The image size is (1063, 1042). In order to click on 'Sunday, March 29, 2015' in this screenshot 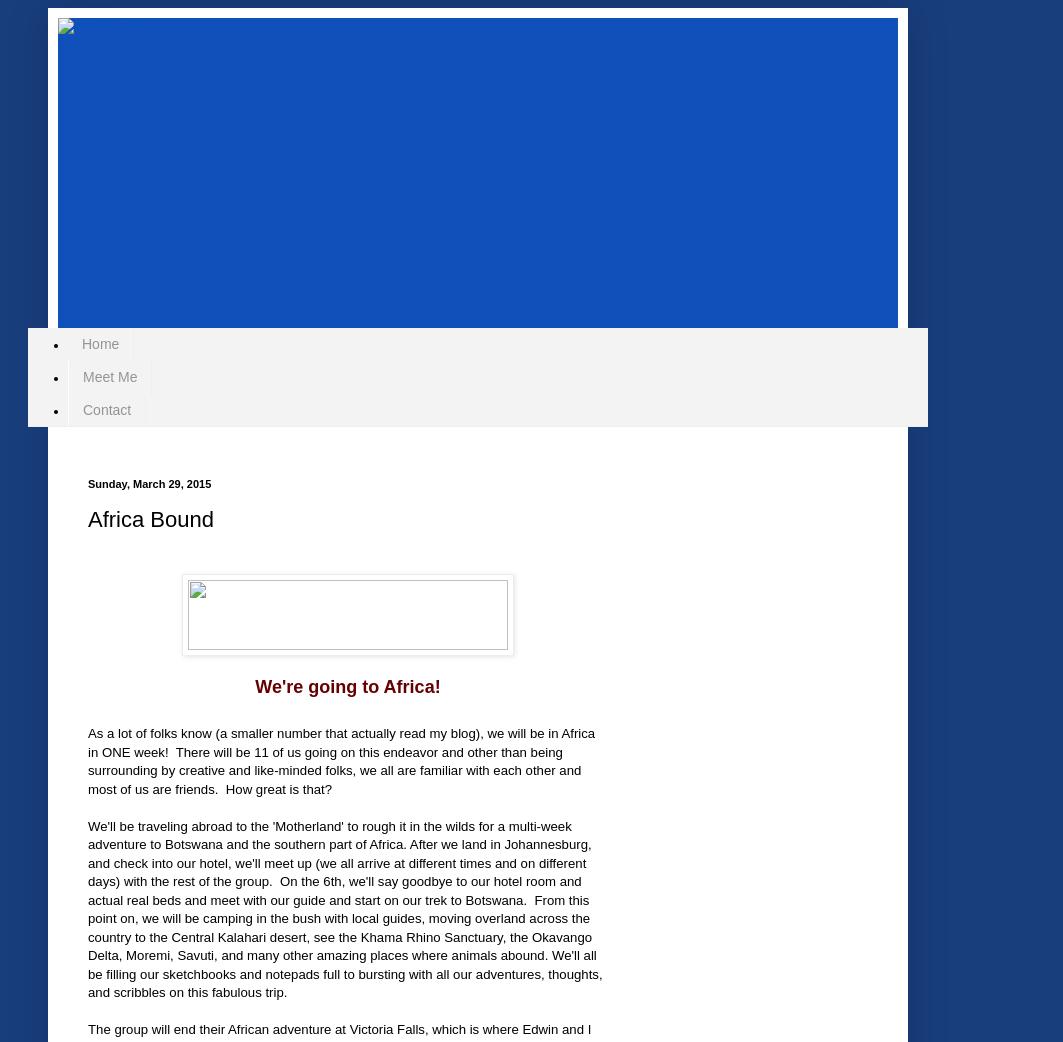, I will do `click(149, 484)`.